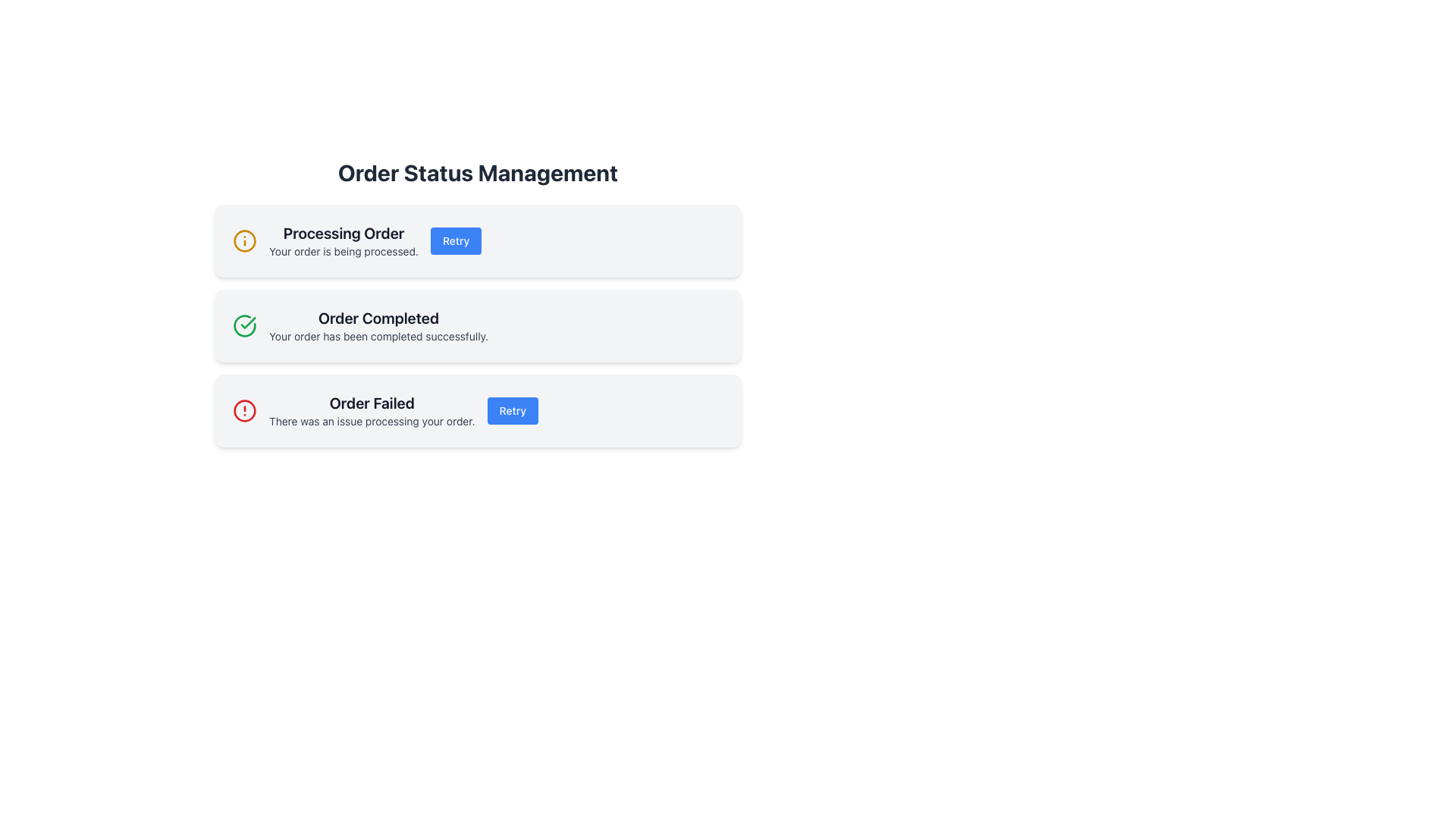  What do you see at coordinates (477, 325) in the screenshot?
I see `the Notification box that confirms the successful completion of an order, which is the second in a vertical list of three notifications` at bounding box center [477, 325].